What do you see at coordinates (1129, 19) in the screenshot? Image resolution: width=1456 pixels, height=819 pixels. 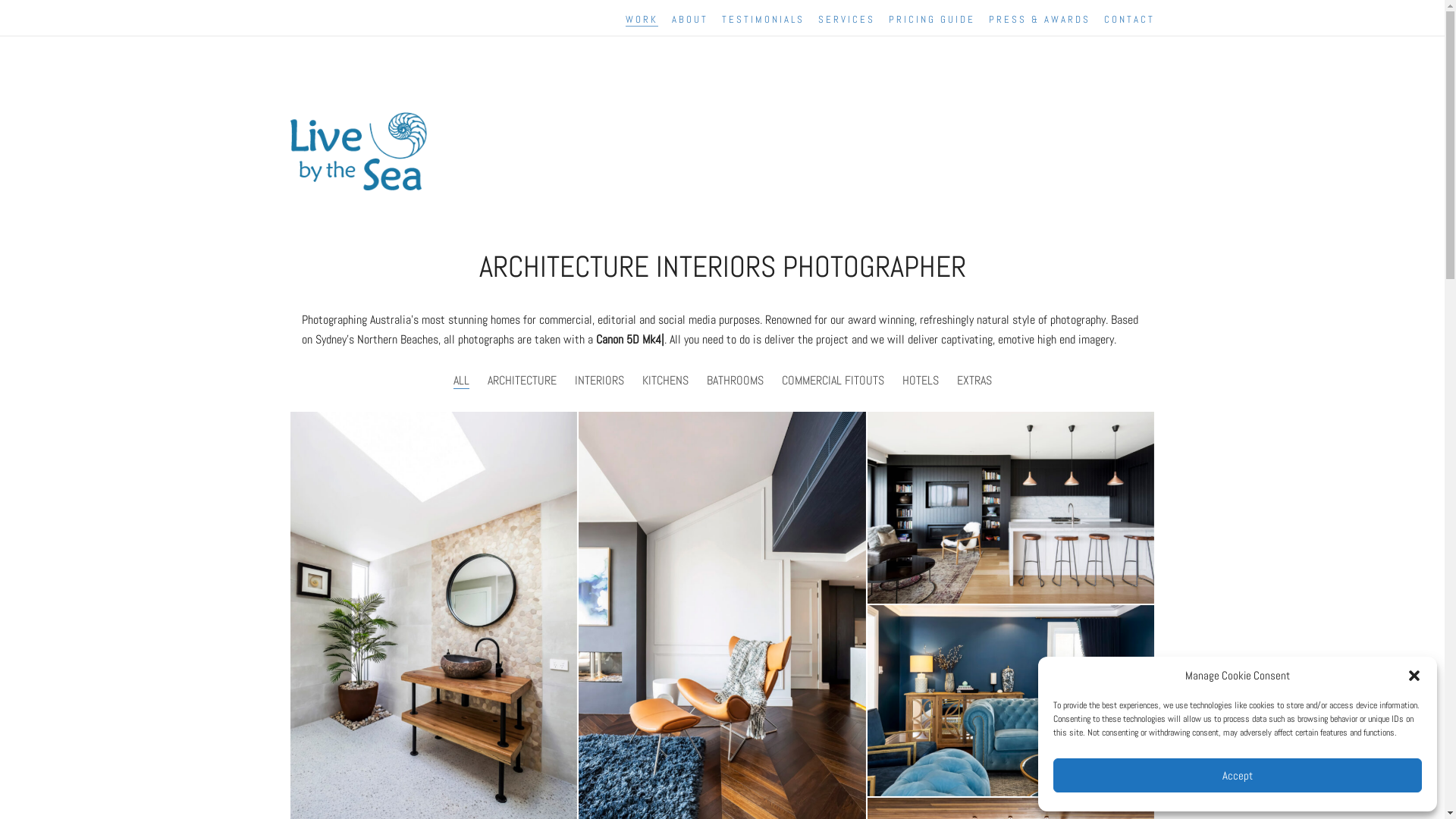 I see `'CONTACT'` at bounding box center [1129, 19].